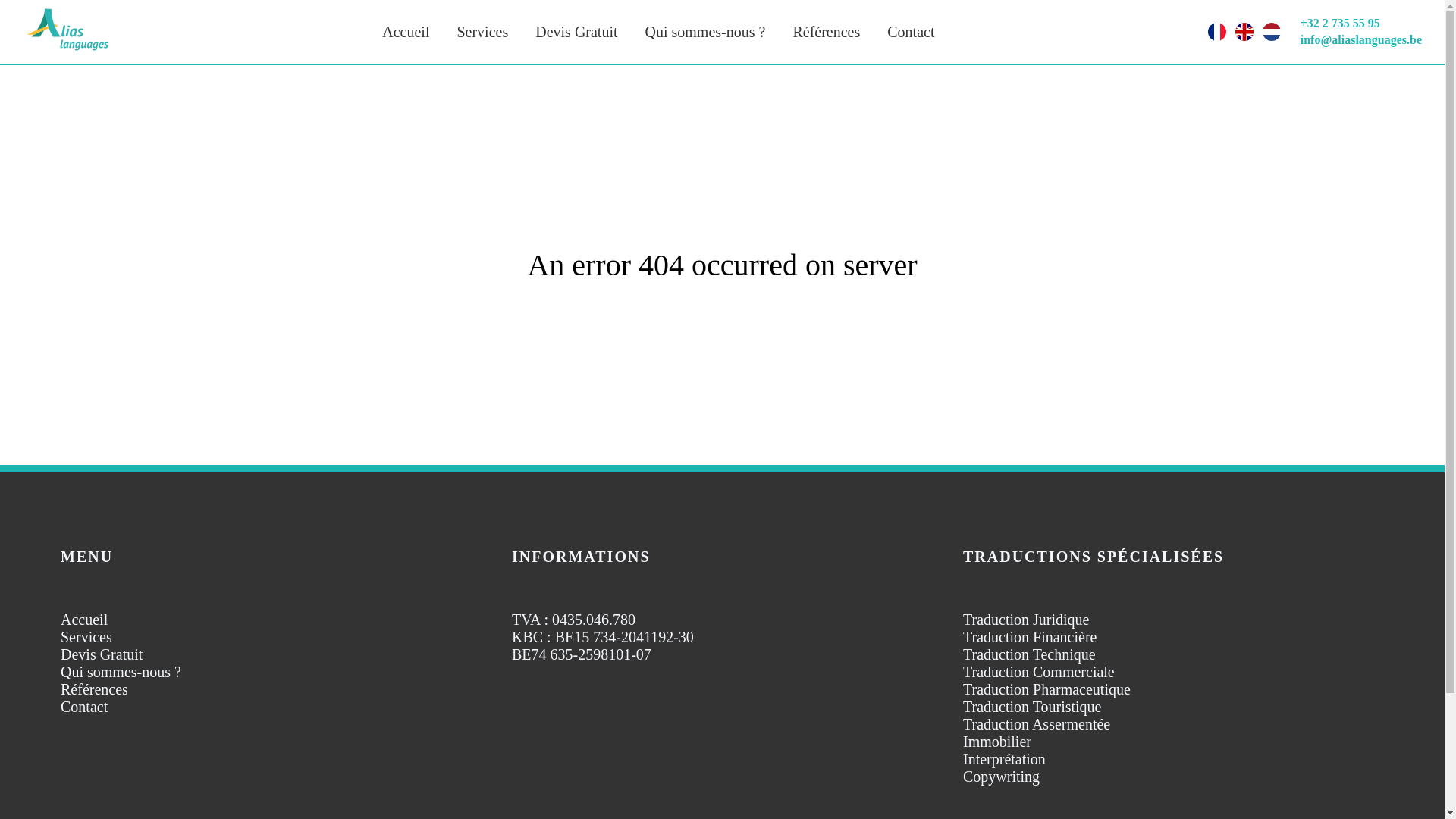  I want to click on 'Logo Alias LanguagesAgence de traduction', so click(67, 49).